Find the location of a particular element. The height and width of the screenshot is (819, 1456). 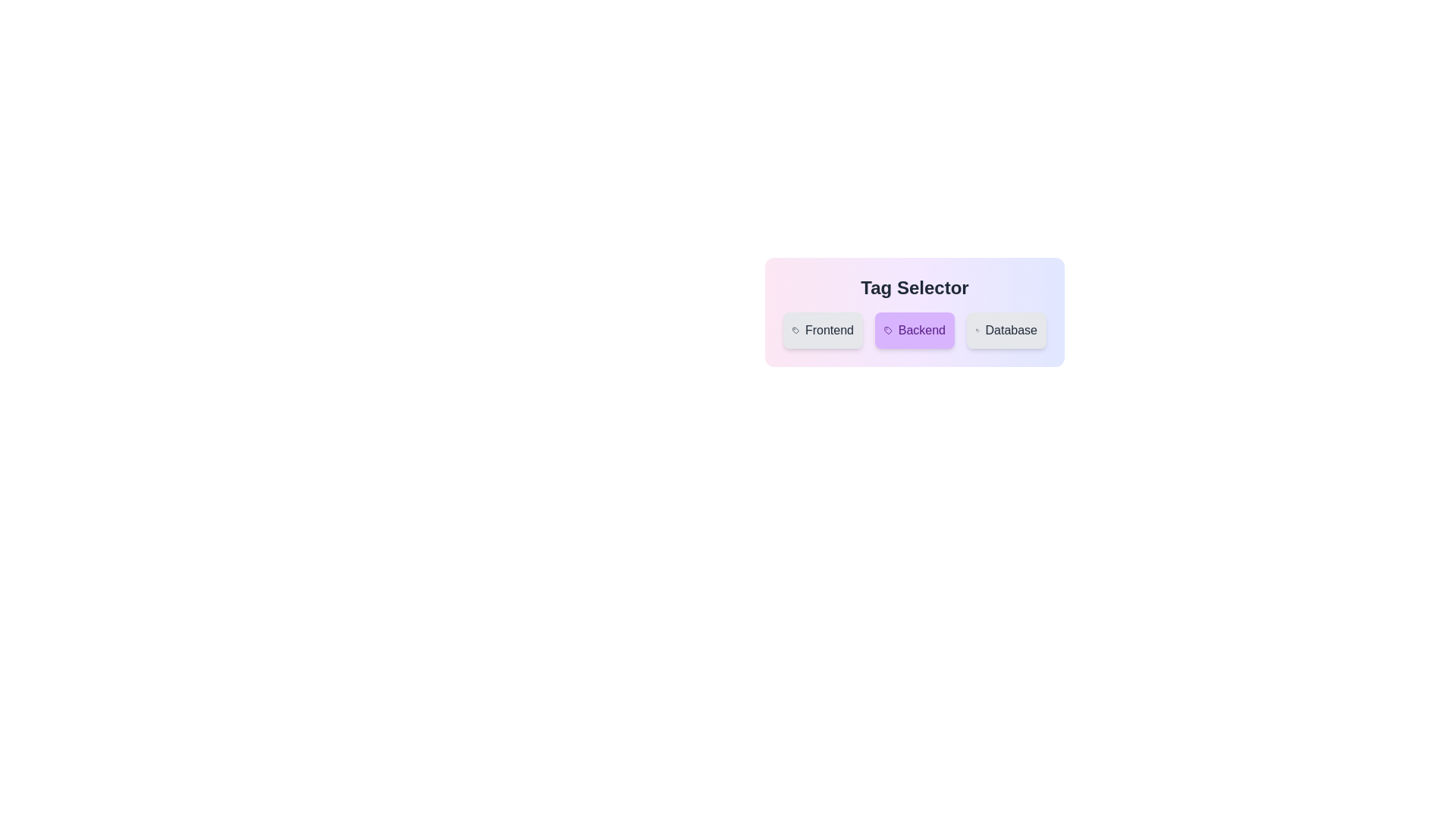

the tag Backend by clicking on it is located at coordinates (914, 329).